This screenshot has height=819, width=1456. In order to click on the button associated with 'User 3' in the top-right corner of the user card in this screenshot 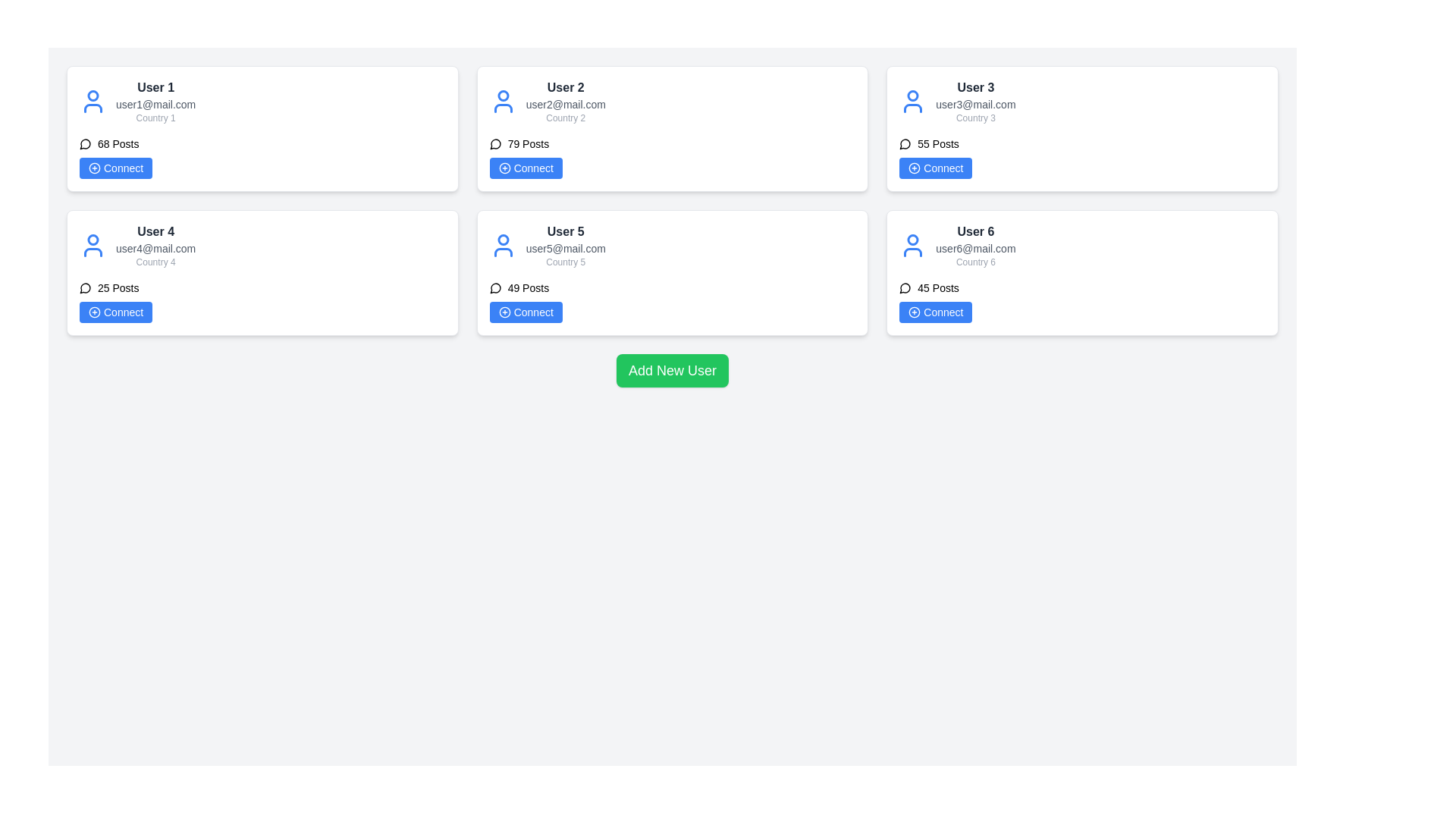, I will do `click(935, 168)`.